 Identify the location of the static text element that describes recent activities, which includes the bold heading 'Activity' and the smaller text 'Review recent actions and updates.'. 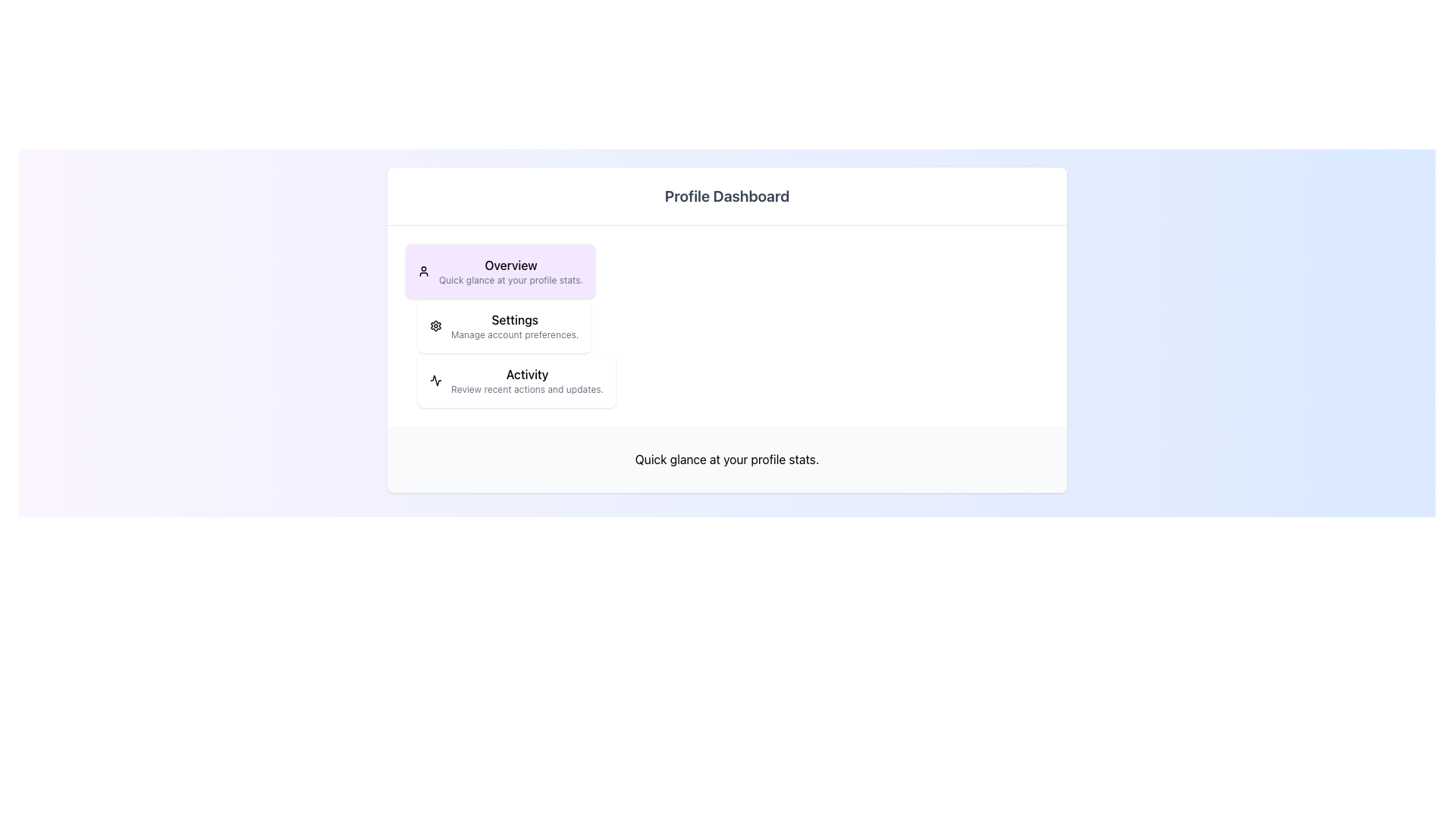
(527, 379).